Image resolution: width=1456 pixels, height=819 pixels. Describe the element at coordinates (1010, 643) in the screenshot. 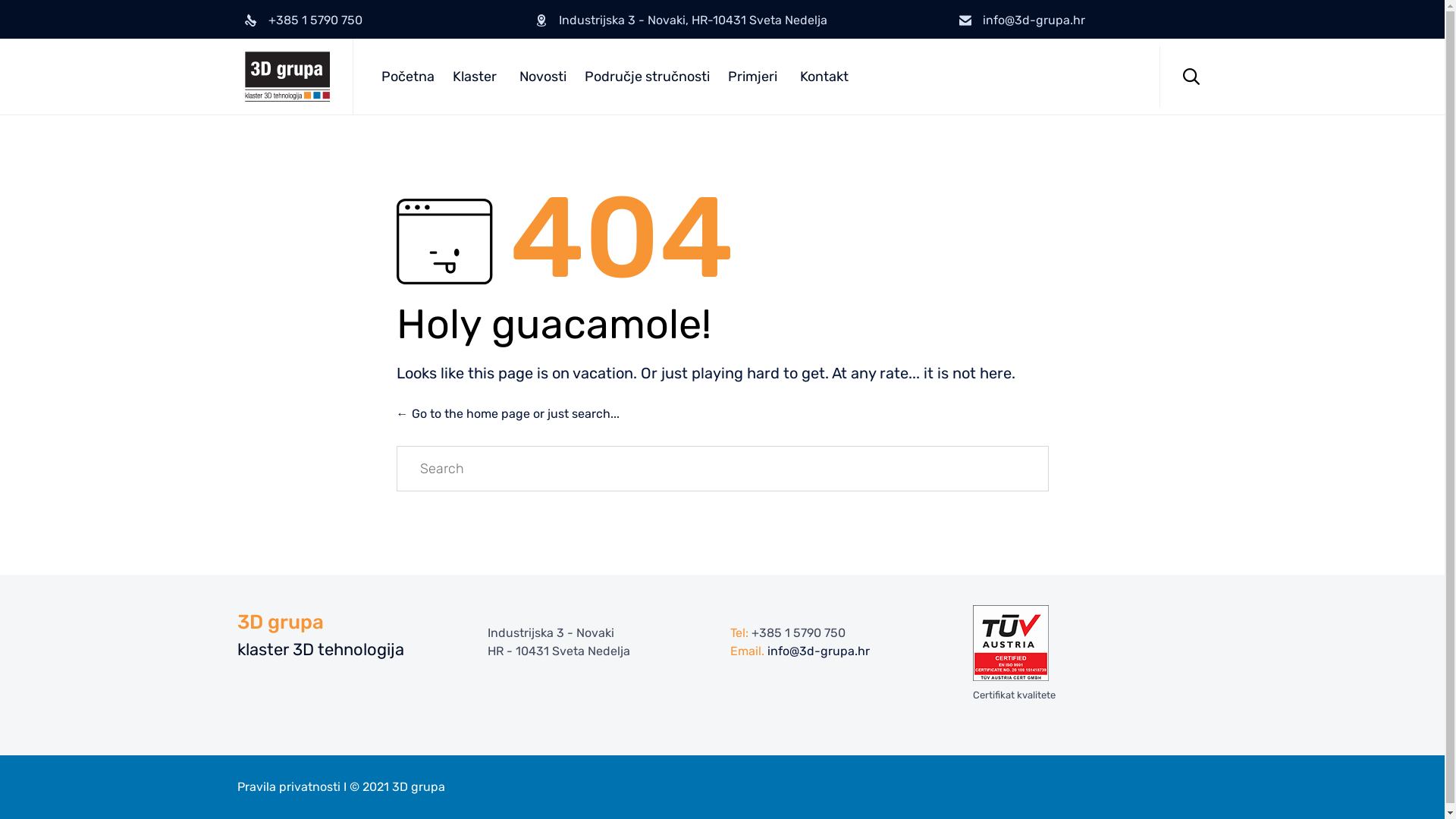

I see `'2015-TUV-certifikacijska-markica_100x100'` at that location.